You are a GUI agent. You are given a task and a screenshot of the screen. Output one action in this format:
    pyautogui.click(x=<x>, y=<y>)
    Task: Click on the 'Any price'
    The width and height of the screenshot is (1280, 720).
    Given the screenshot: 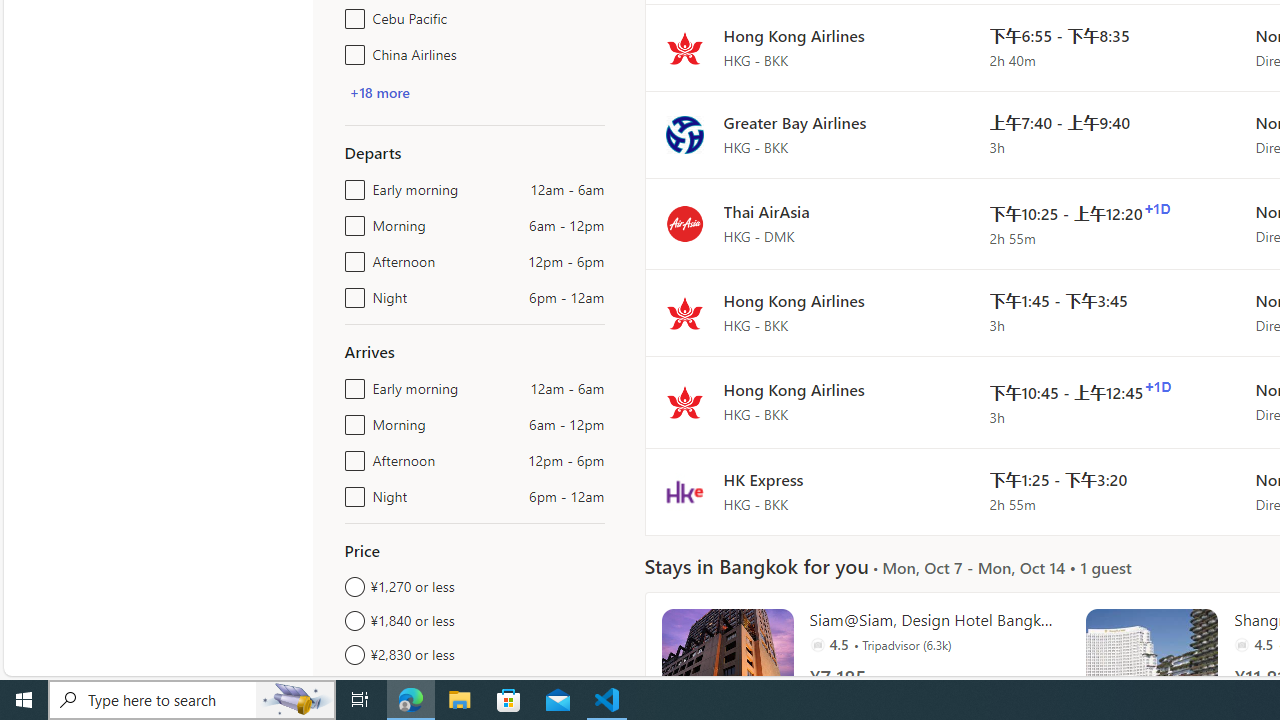 What is the action you would take?
    pyautogui.click(x=473, y=687)
    